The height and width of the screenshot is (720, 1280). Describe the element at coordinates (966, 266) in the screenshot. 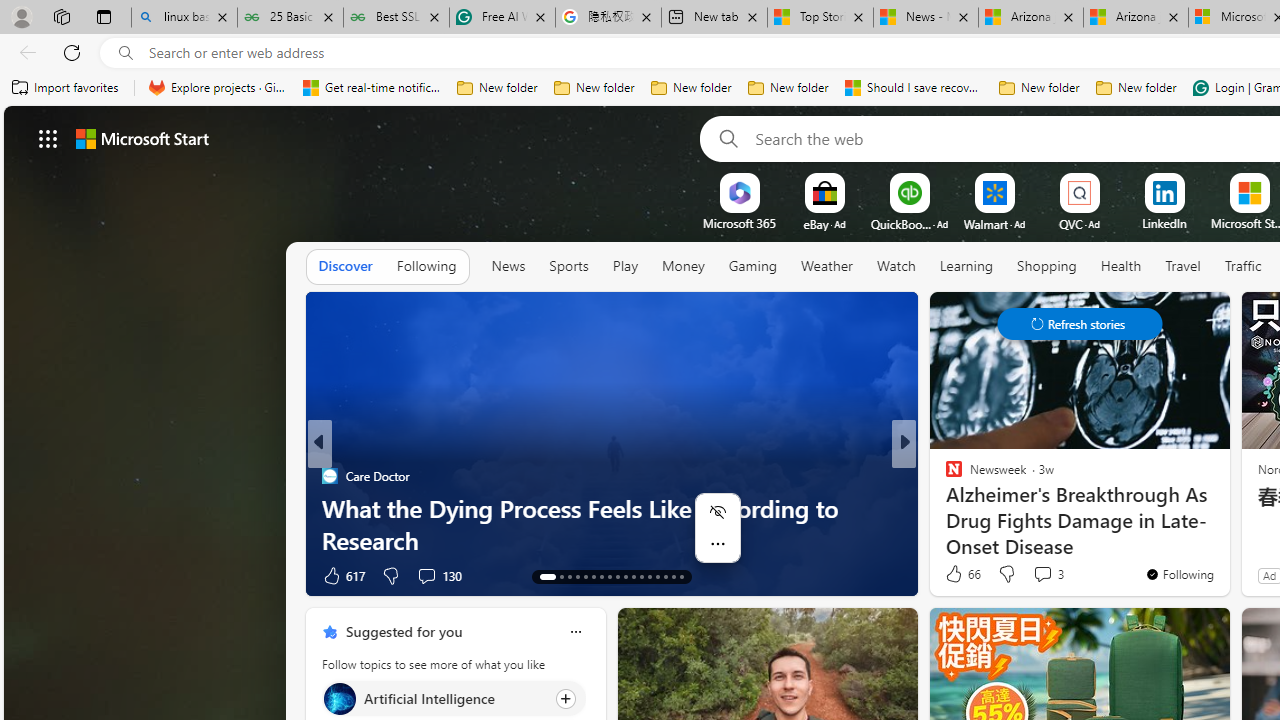

I see `'Learning'` at that location.